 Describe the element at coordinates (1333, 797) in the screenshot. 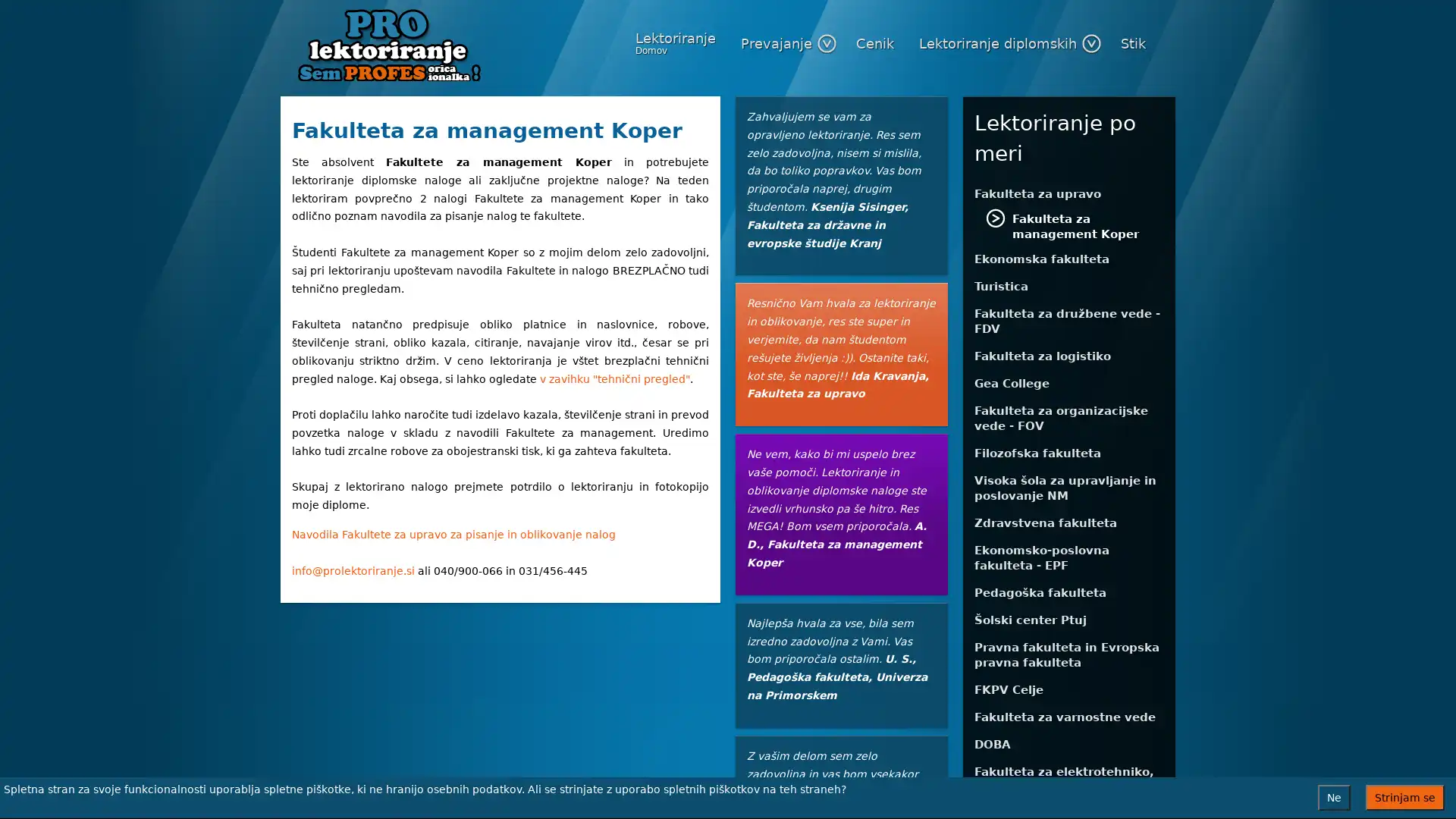

I see `Ne` at that location.